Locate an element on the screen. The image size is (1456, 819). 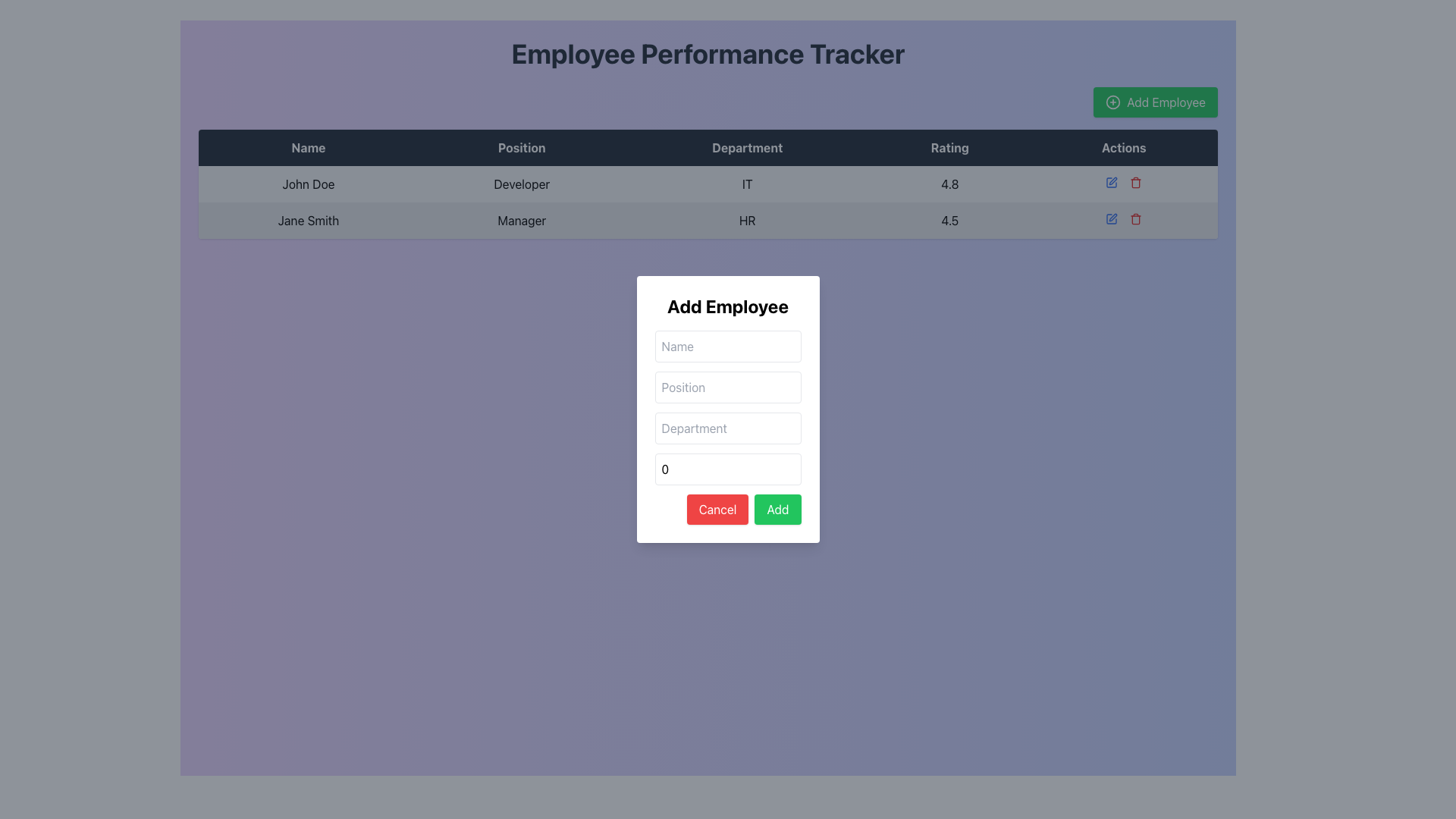
the text label displaying the job title for 'John Doe' in the 'Position' column is located at coordinates (522, 184).